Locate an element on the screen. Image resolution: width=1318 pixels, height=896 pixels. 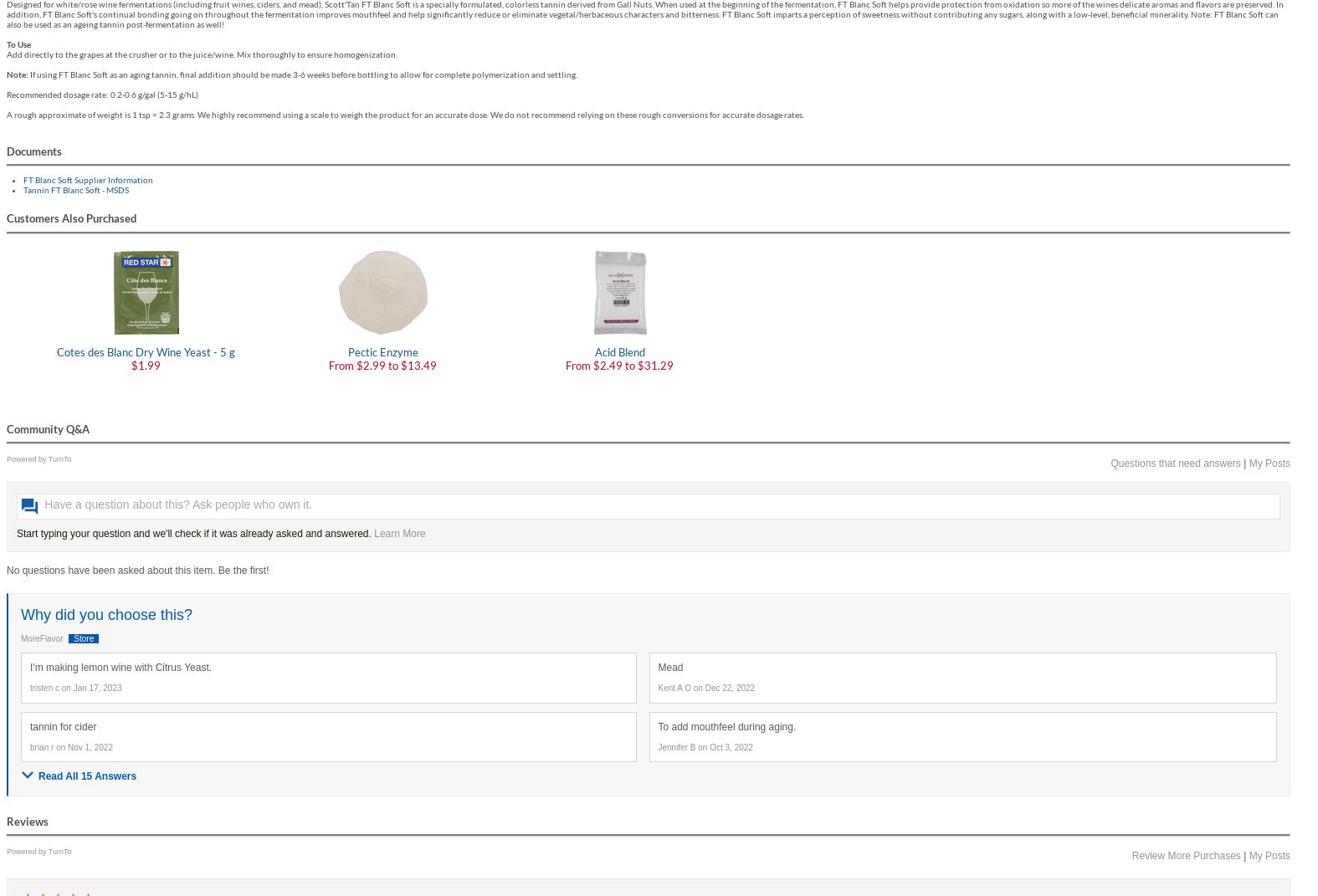
'To add mouthfeel during aging.' is located at coordinates (726, 726).